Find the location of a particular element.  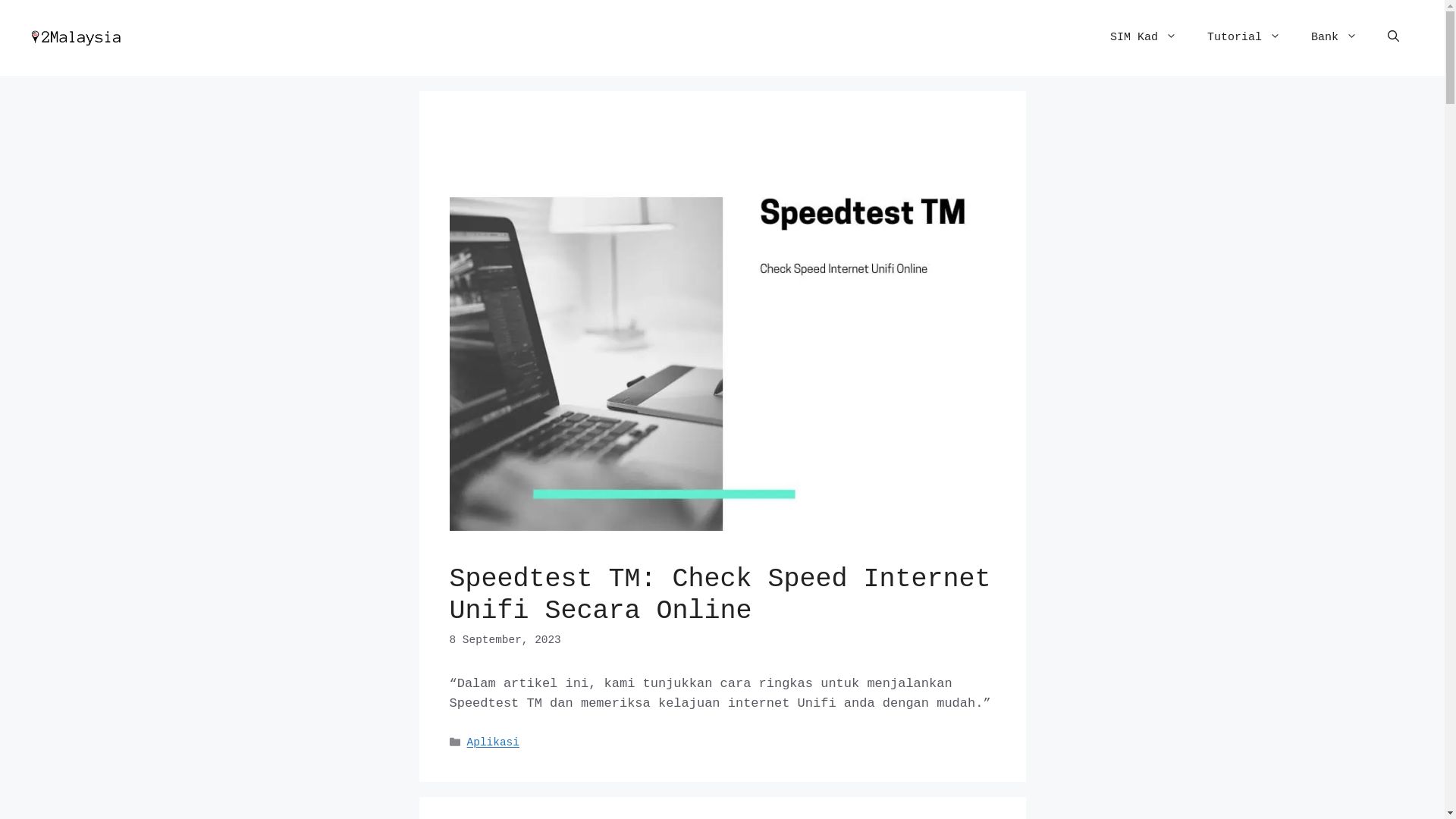

'Bank' is located at coordinates (1333, 37).